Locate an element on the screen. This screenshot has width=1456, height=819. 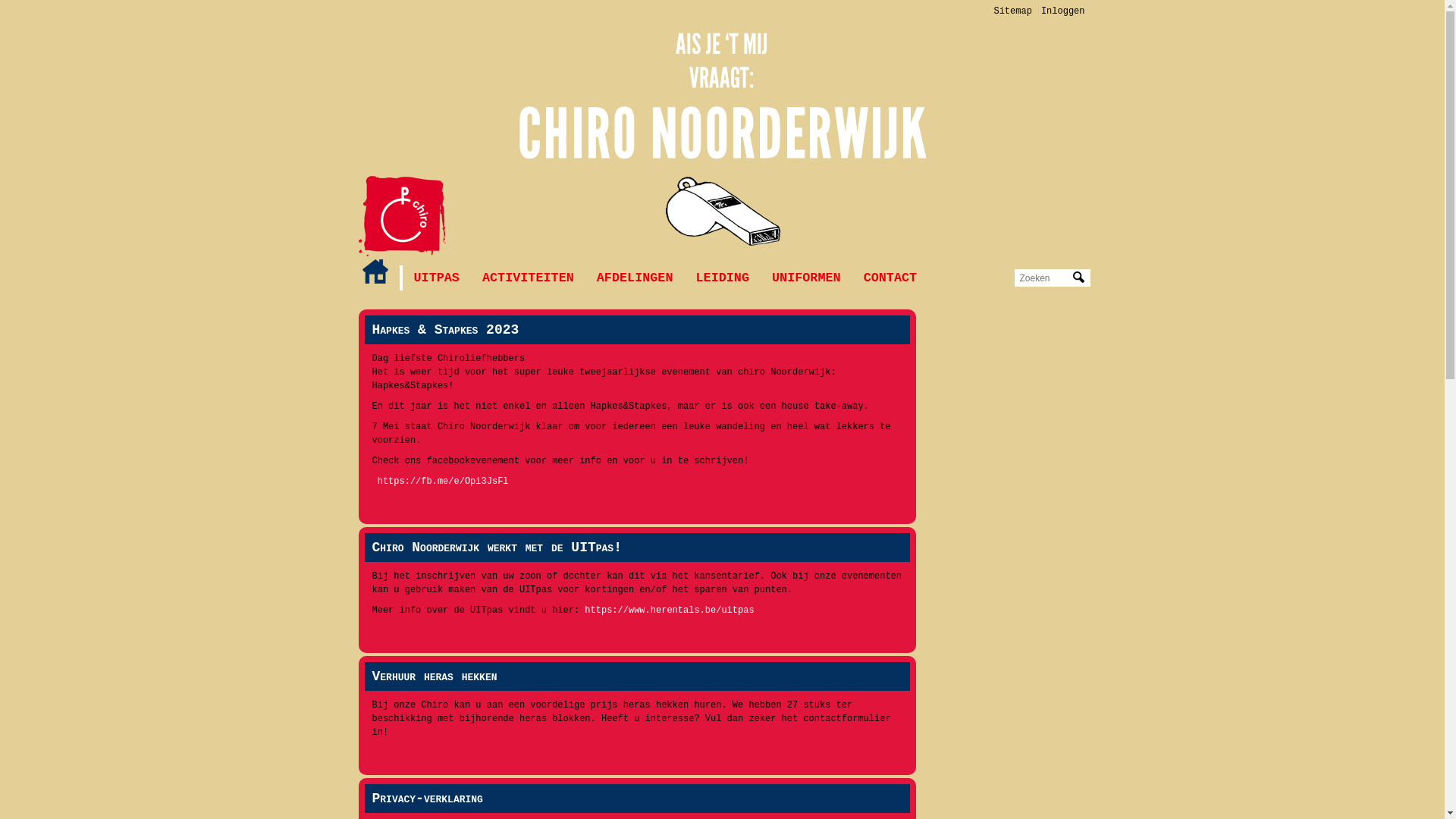
'UITPAS' is located at coordinates (435, 278).